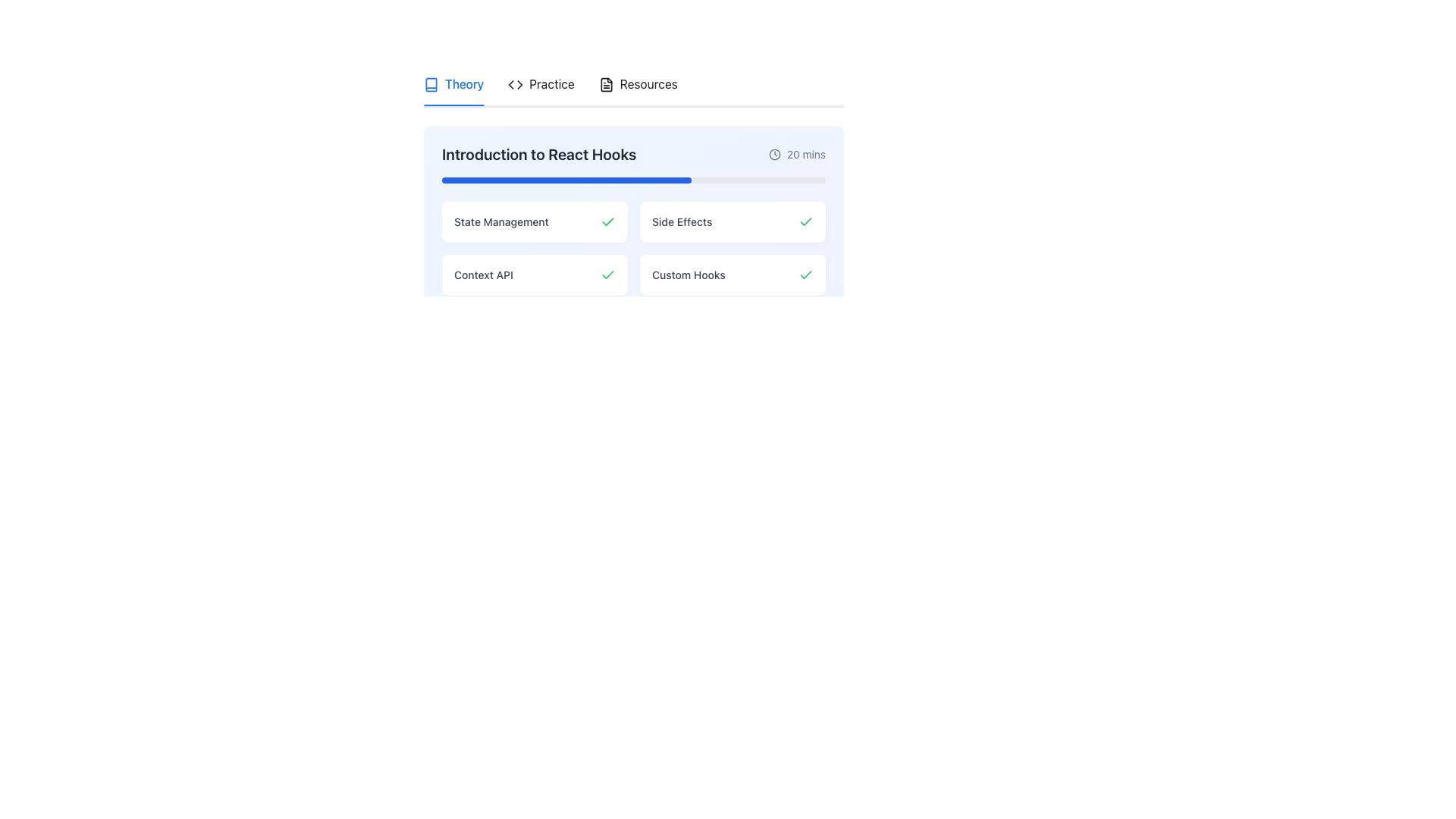 This screenshot has width=1456, height=819. I want to click on the text label displaying 'Theory' located in the navigation bar, adjacent to the book icon on its left, so click(463, 84).